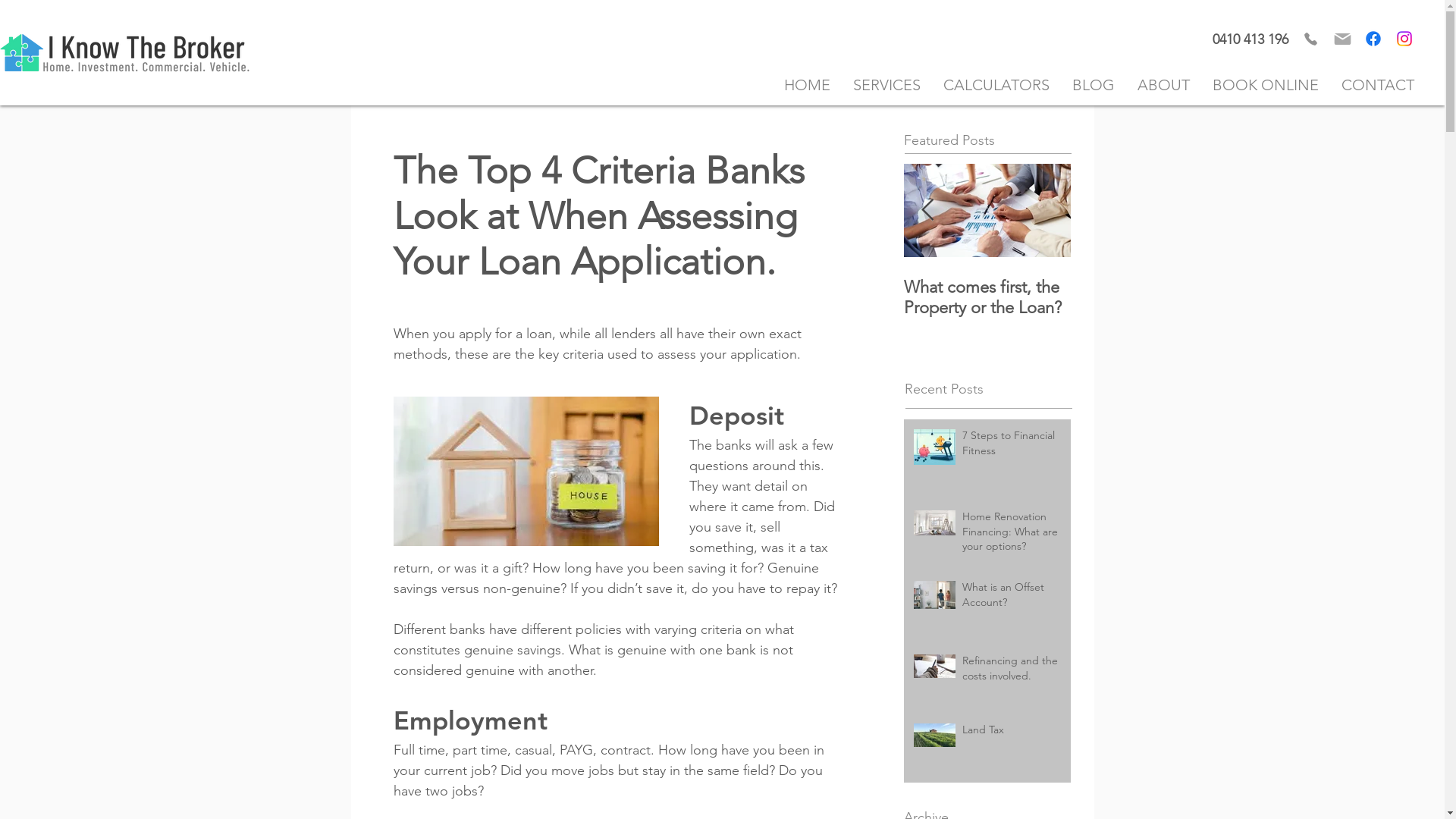 This screenshot has height=819, width=1456. I want to click on 'What is an Offset Account?', so click(1012, 597).